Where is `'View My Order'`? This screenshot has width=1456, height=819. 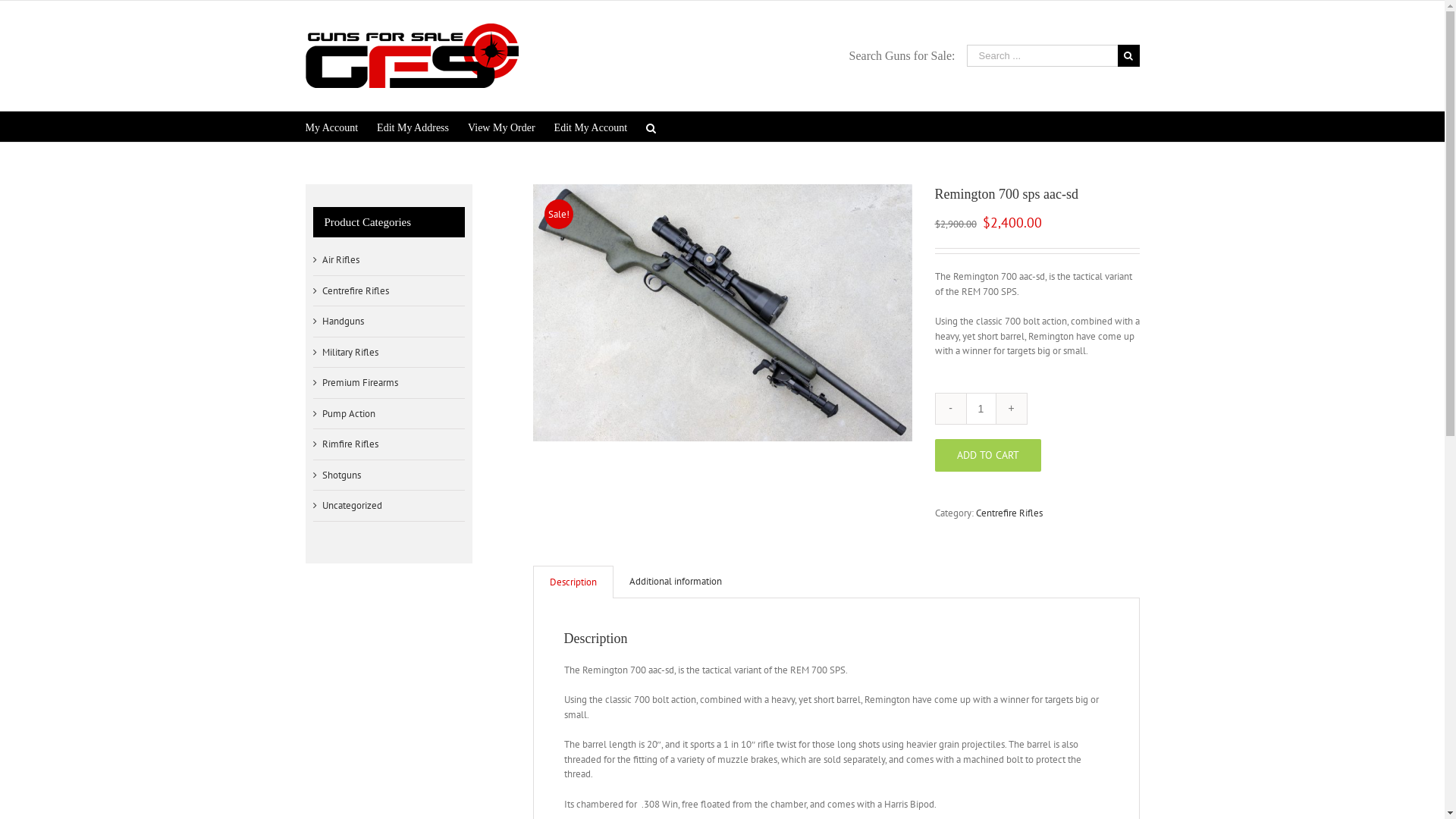
'View My Order' is located at coordinates (501, 125).